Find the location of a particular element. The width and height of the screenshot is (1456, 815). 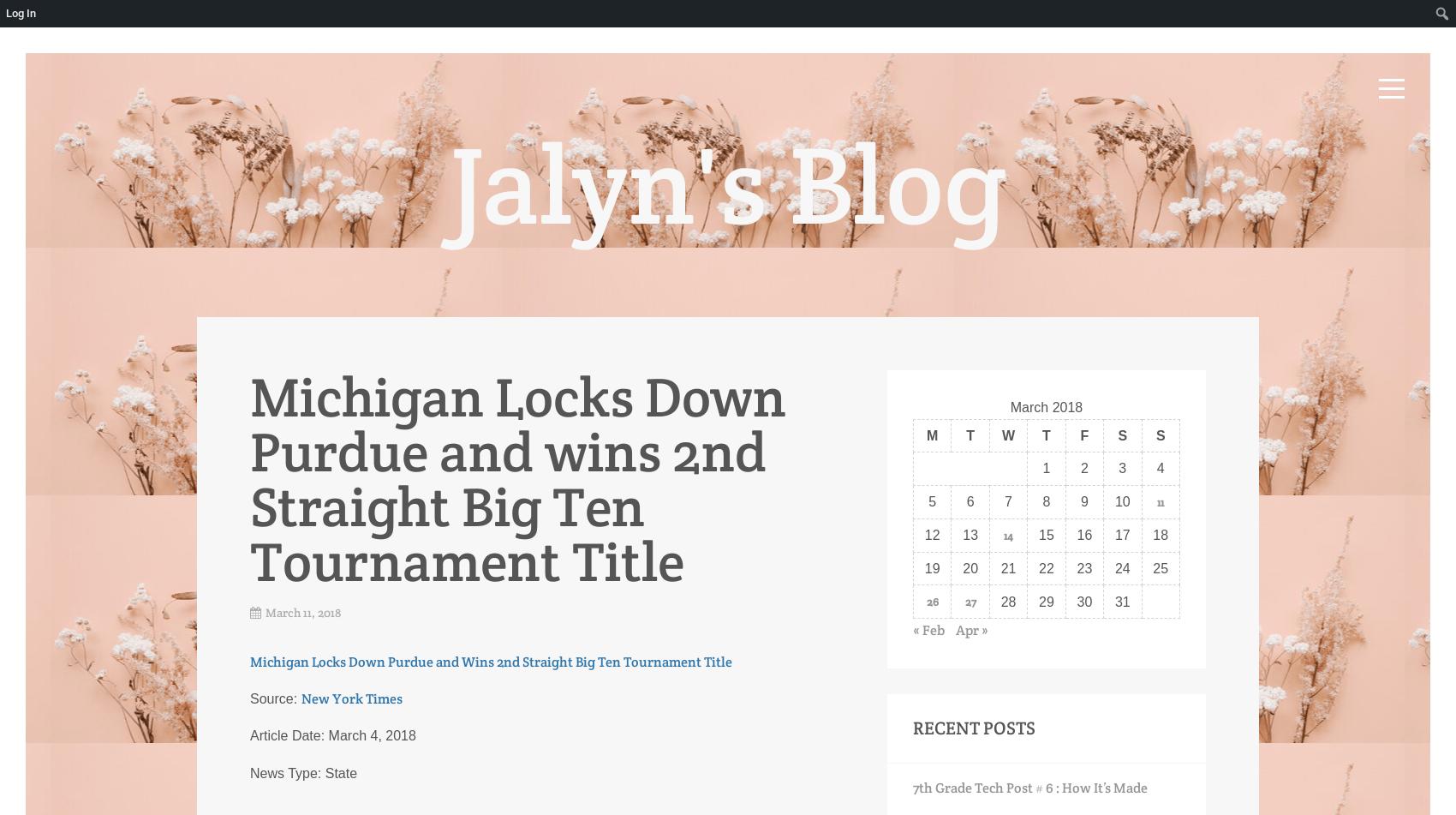

'20' is located at coordinates (970, 566).